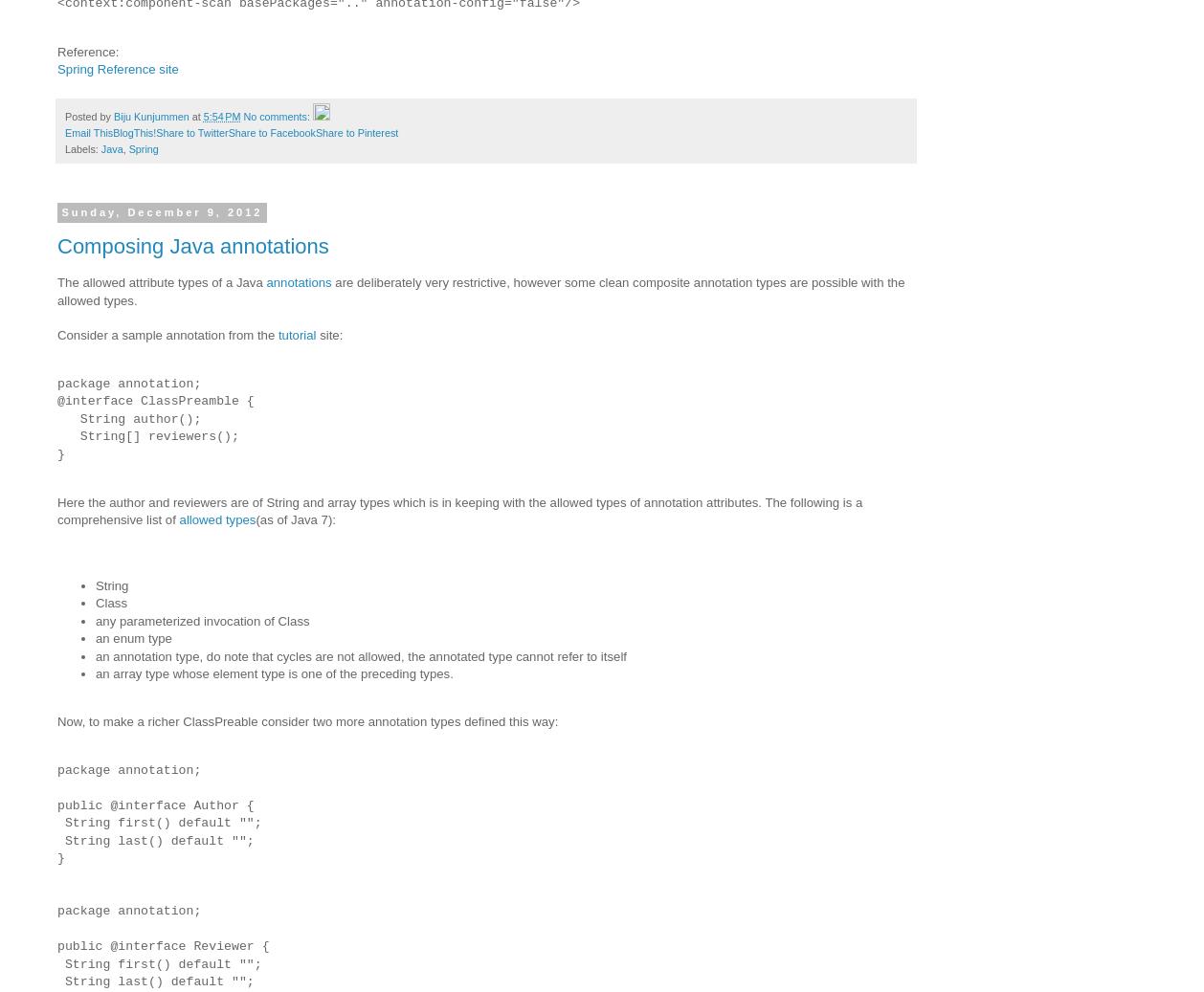  Describe the element at coordinates (118, 68) in the screenshot. I see `'Spring Reference site'` at that location.